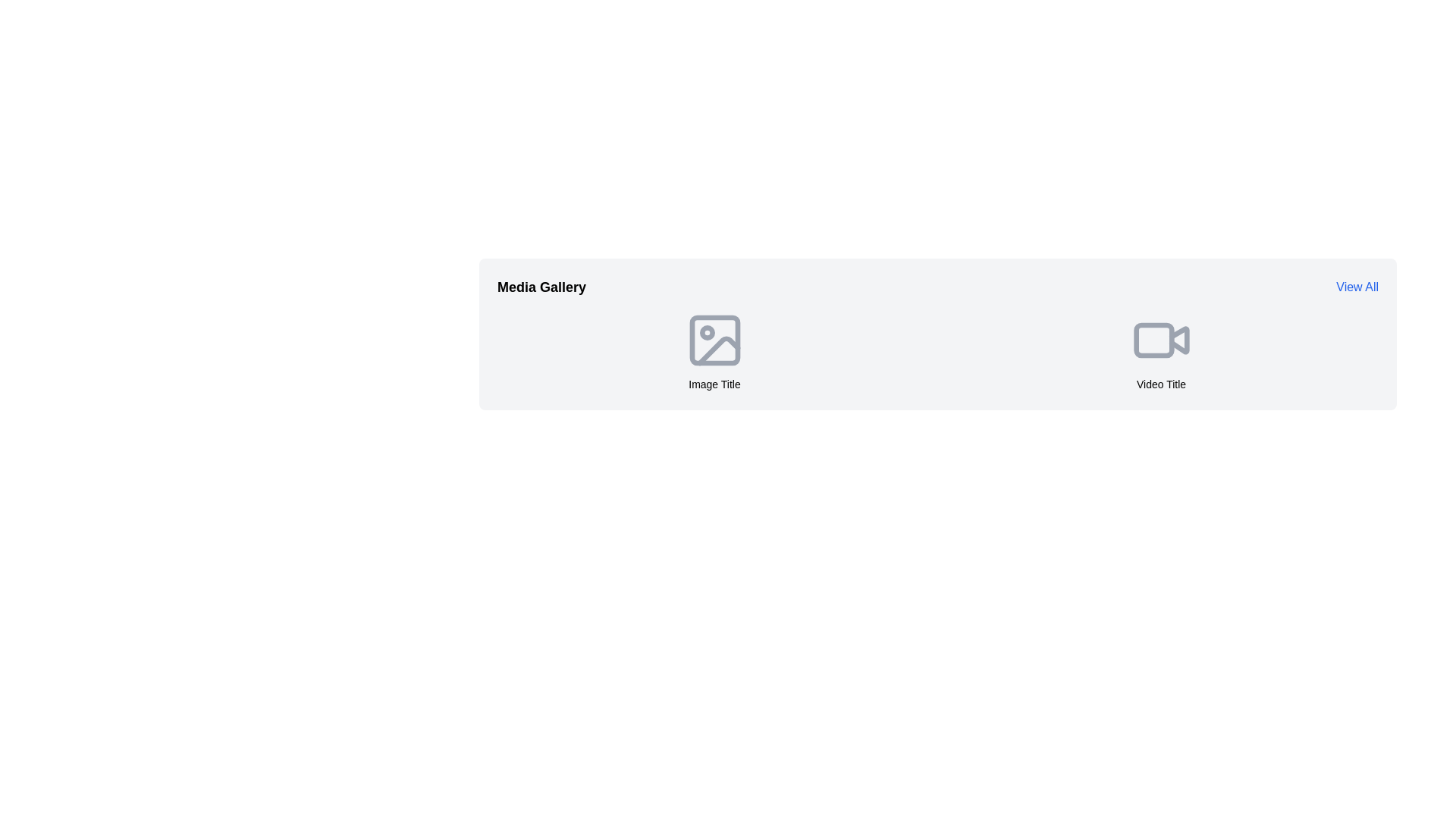  Describe the element at coordinates (714, 339) in the screenshot. I see `the image icon located centrally within the card labeled 'Image Title' on a touch device` at that location.